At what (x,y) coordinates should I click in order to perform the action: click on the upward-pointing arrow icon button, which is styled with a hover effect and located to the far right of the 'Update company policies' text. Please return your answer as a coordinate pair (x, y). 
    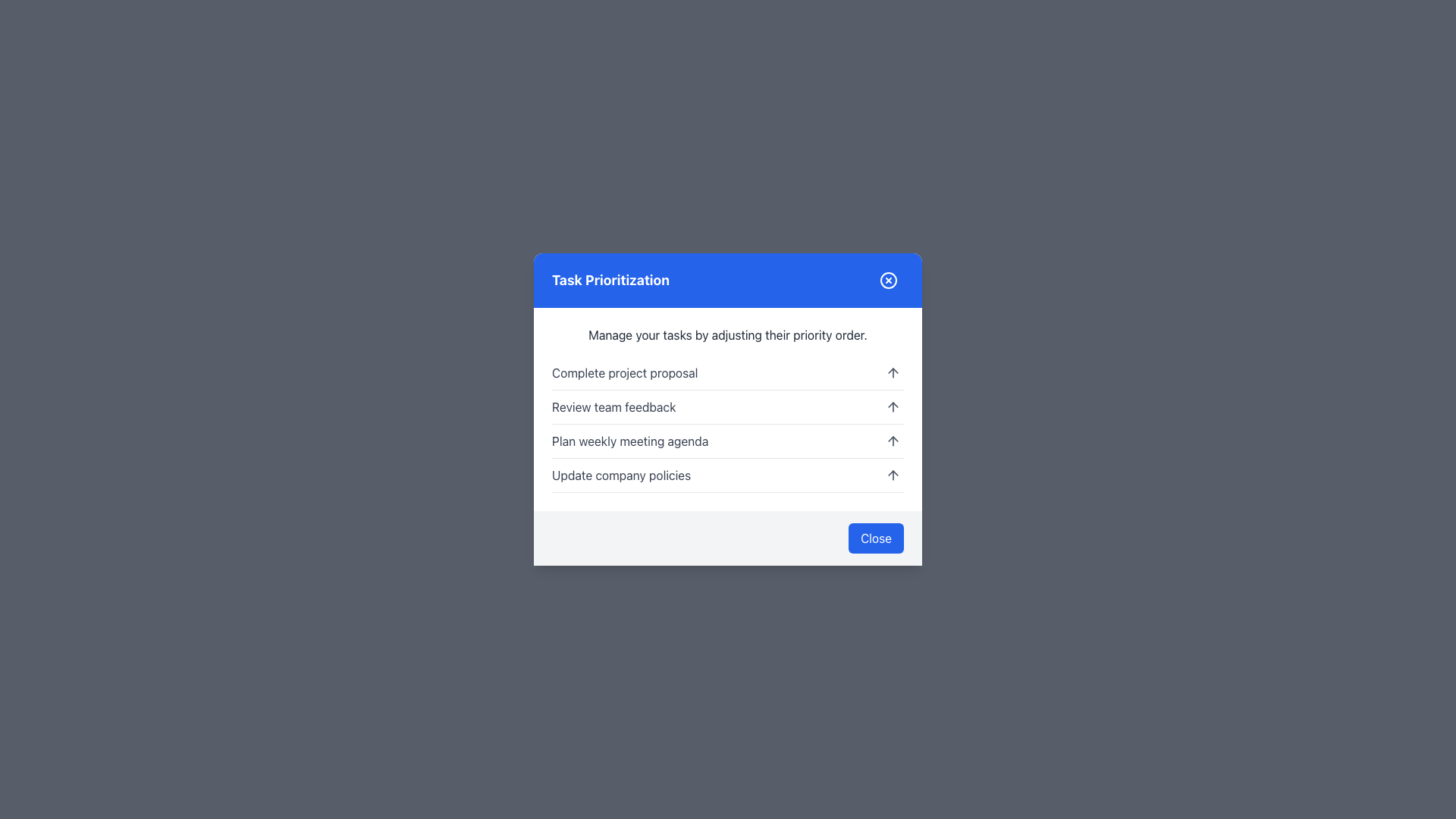
    Looking at the image, I should click on (893, 475).